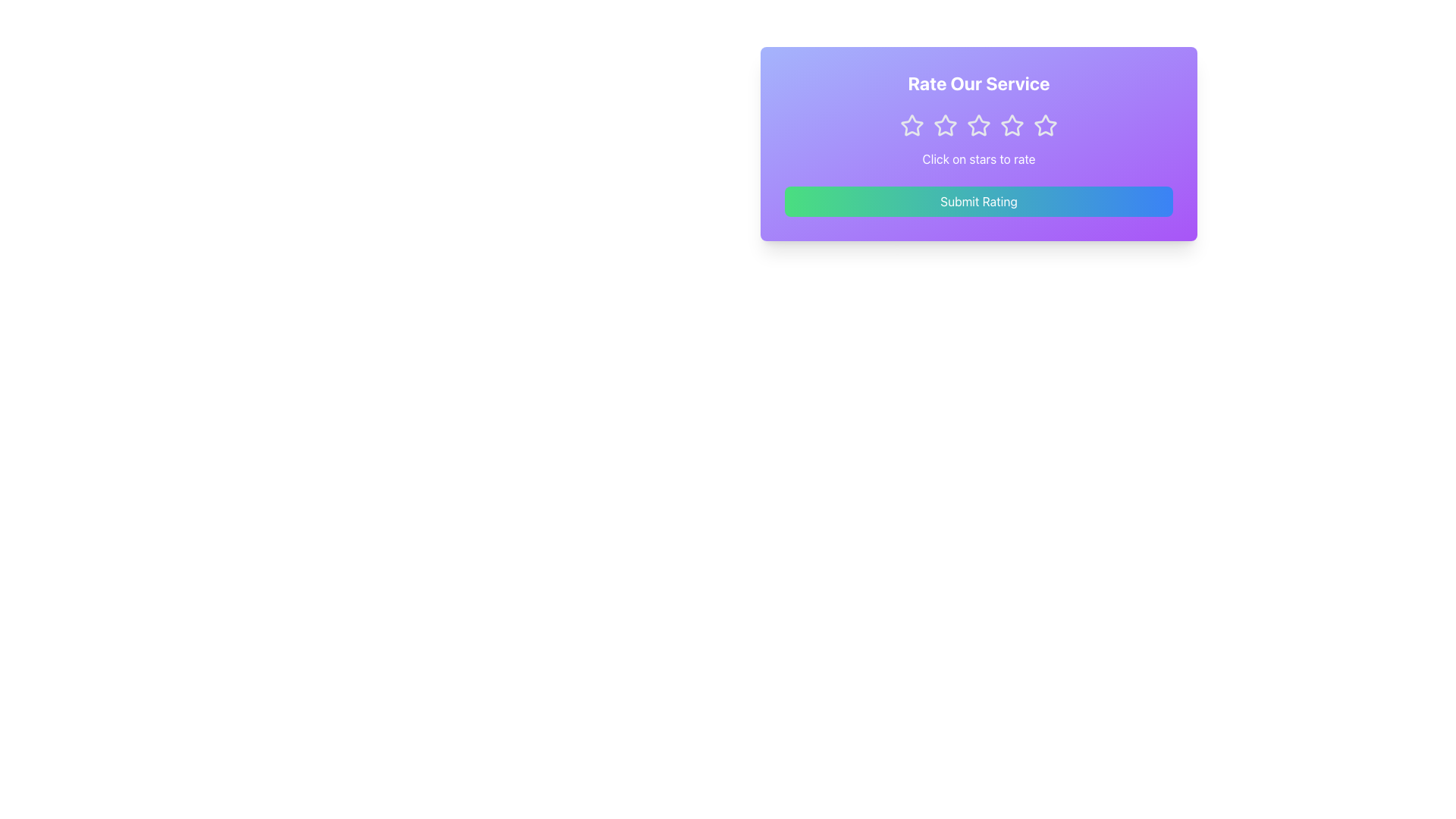 The image size is (1456, 819). What do you see at coordinates (979, 201) in the screenshot?
I see `the 'Submit Rating' button located at the bottom of the rating card` at bounding box center [979, 201].